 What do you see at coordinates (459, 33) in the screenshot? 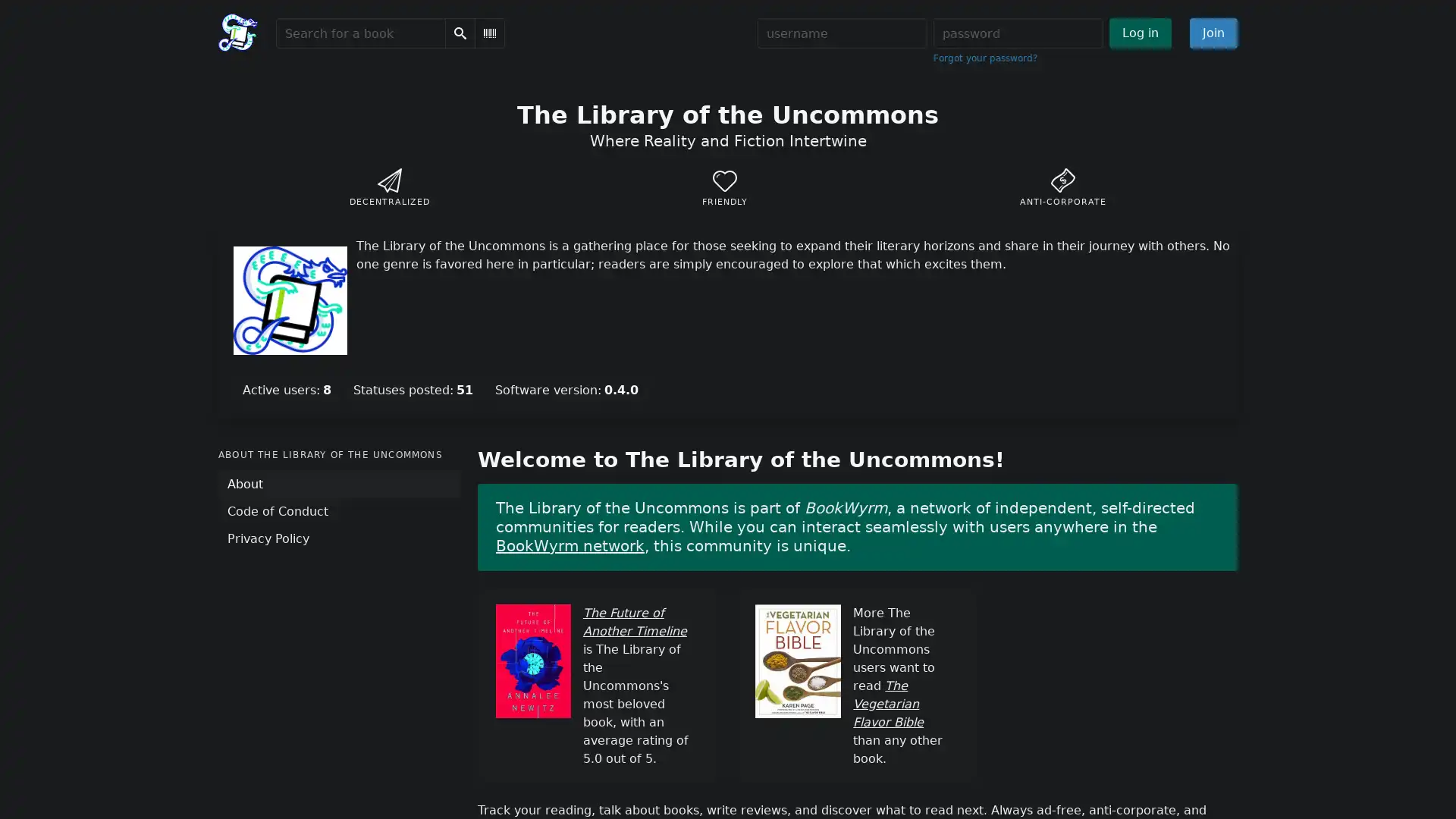
I see `Search` at bounding box center [459, 33].